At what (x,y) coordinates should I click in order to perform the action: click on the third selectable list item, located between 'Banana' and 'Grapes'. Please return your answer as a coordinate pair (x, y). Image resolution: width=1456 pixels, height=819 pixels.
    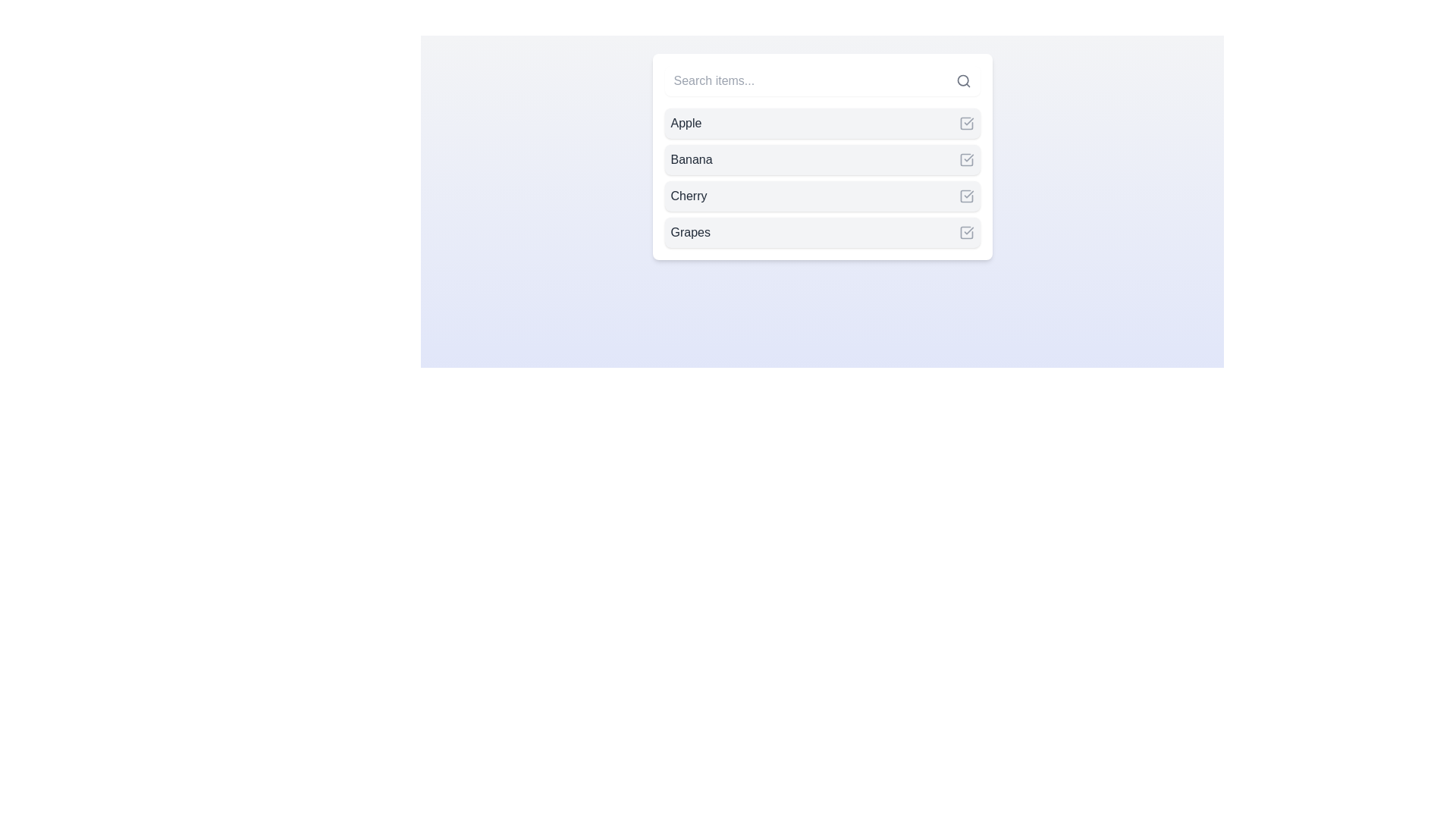
    Looking at the image, I should click on (821, 195).